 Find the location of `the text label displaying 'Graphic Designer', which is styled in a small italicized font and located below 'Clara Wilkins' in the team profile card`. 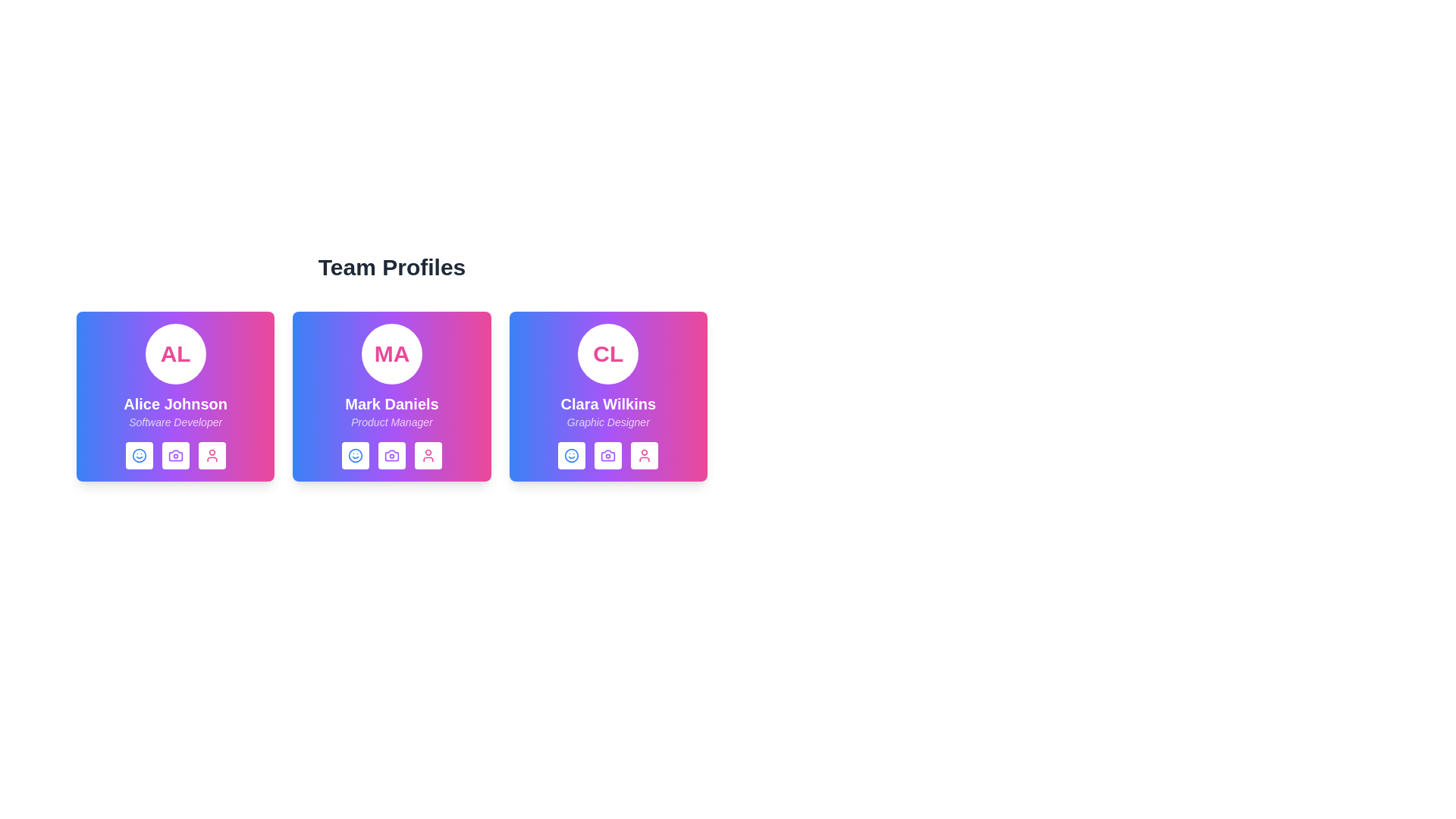

the text label displaying 'Graphic Designer', which is styled in a small italicized font and located below 'Clara Wilkins' in the team profile card is located at coordinates (608, 422).